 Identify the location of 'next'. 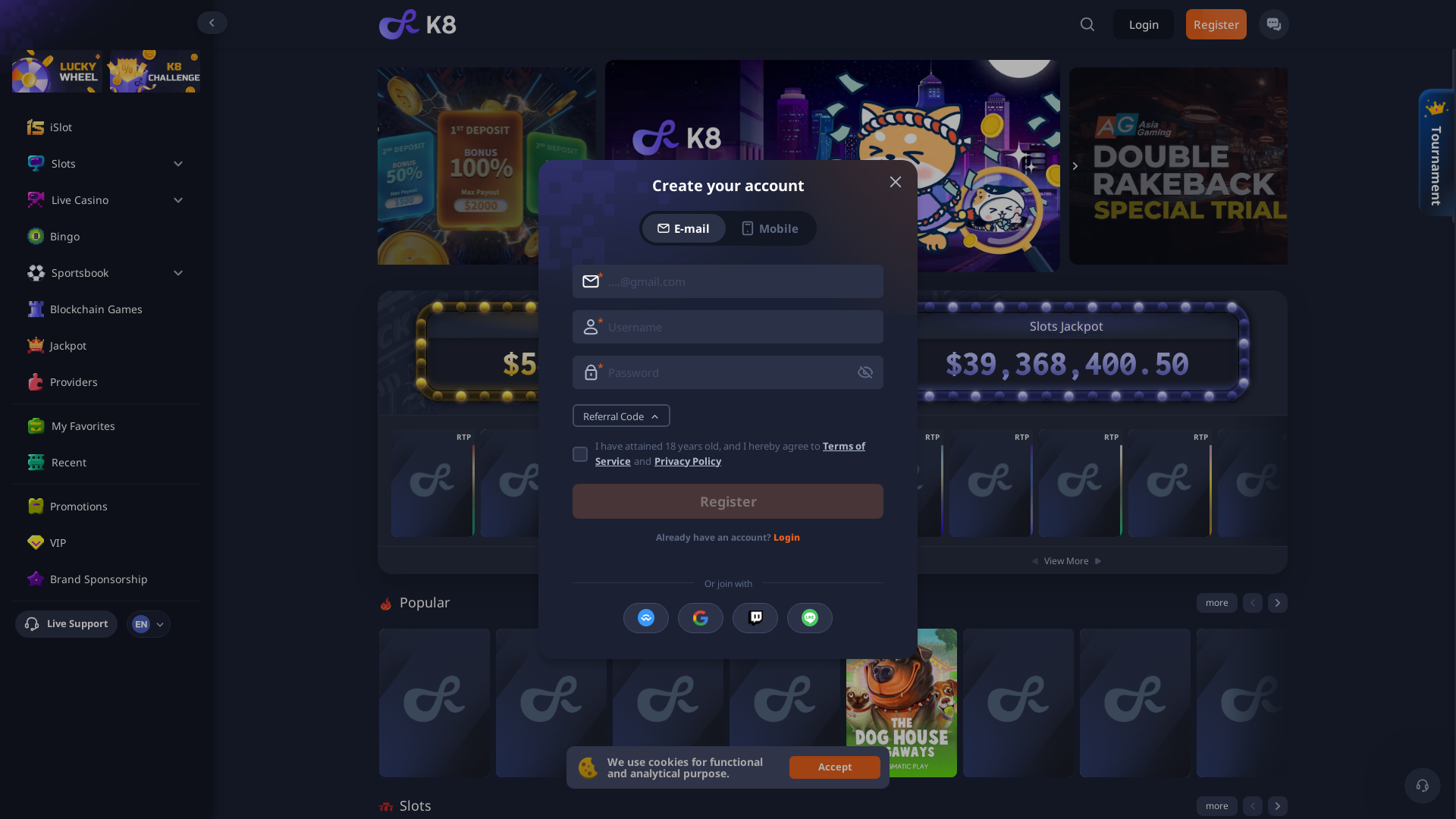
(1276, 601).